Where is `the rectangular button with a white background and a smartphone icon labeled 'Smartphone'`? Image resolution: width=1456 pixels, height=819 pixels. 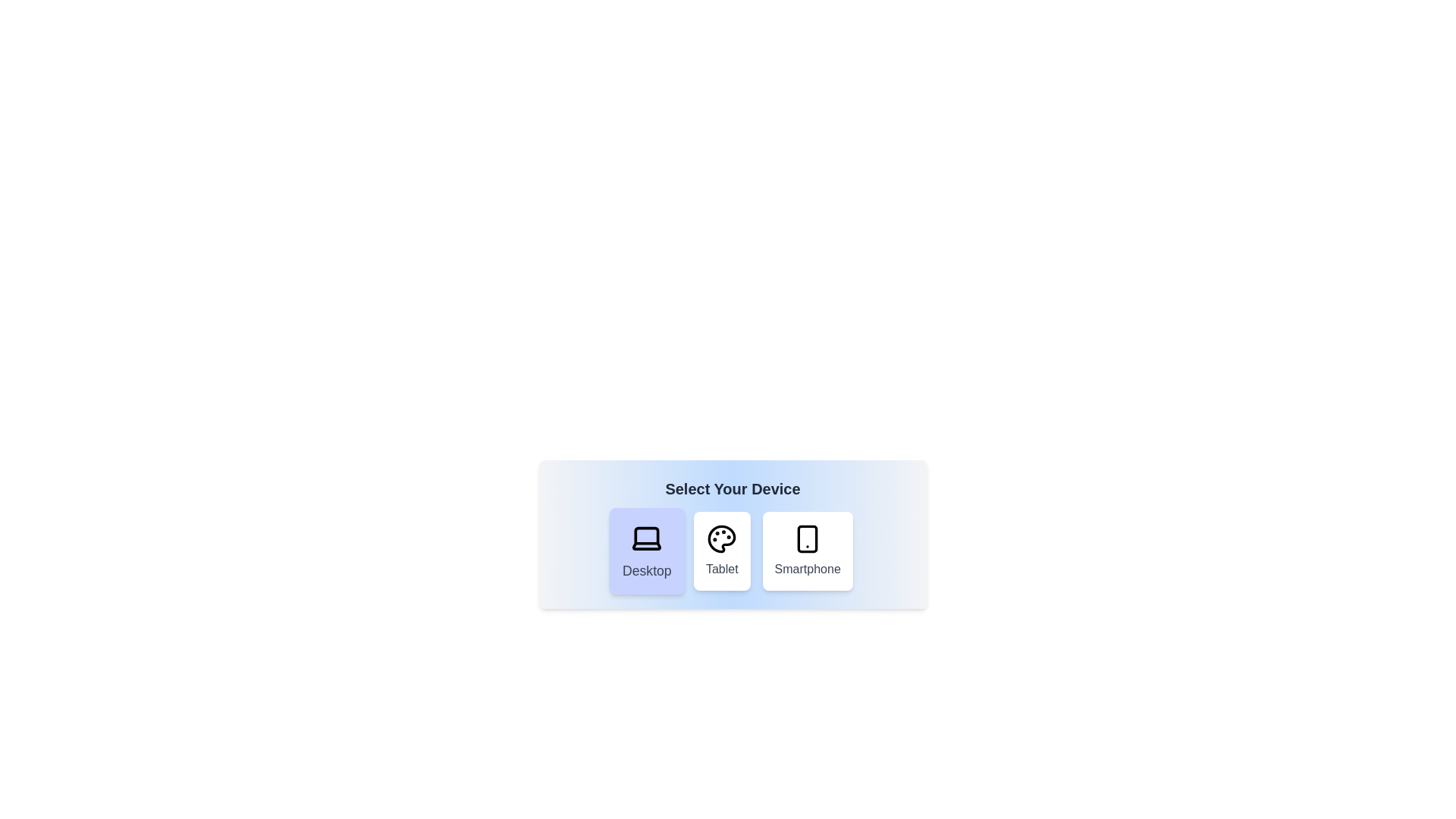 the rectangular button with a white background and a smartphone icon labeled 'Smartphone' is located at coordinates (807, 551).